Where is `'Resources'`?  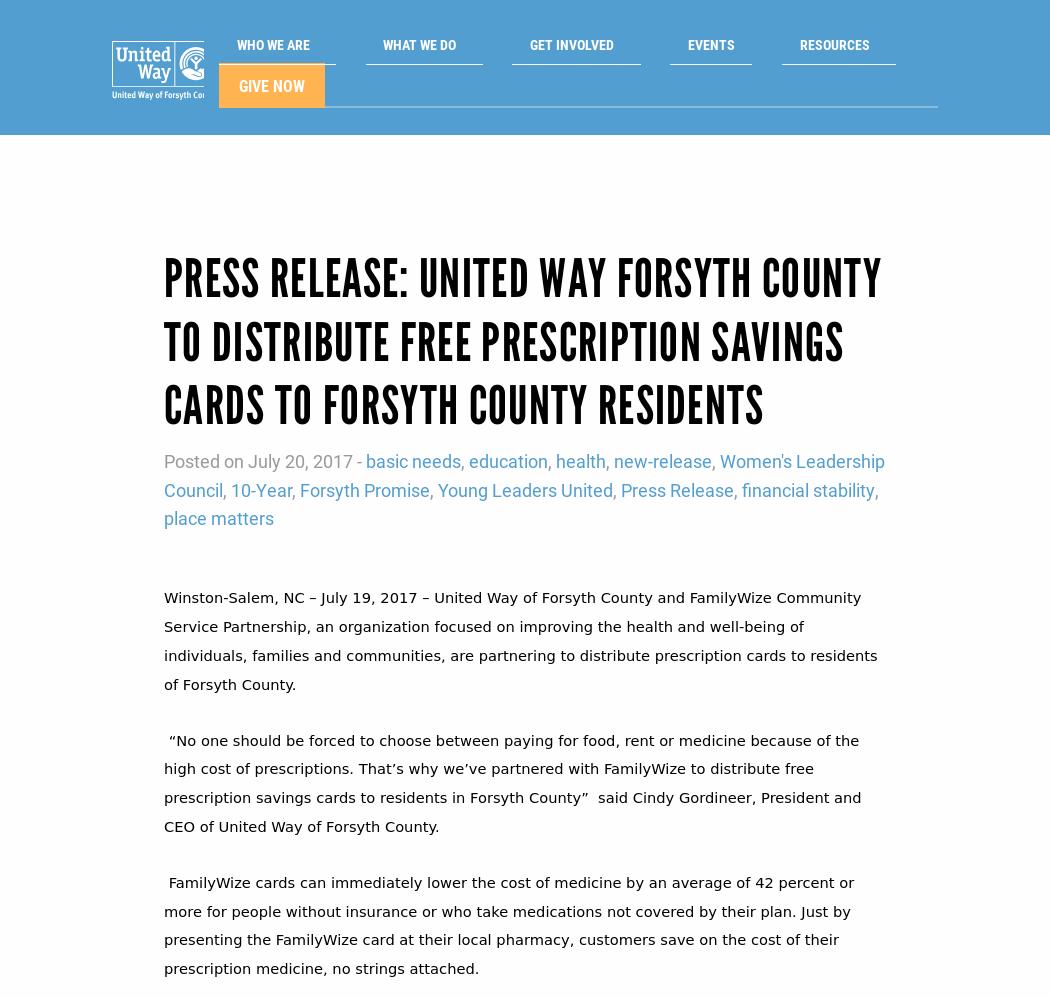
'Resources' is located at coordinates (769, 49).